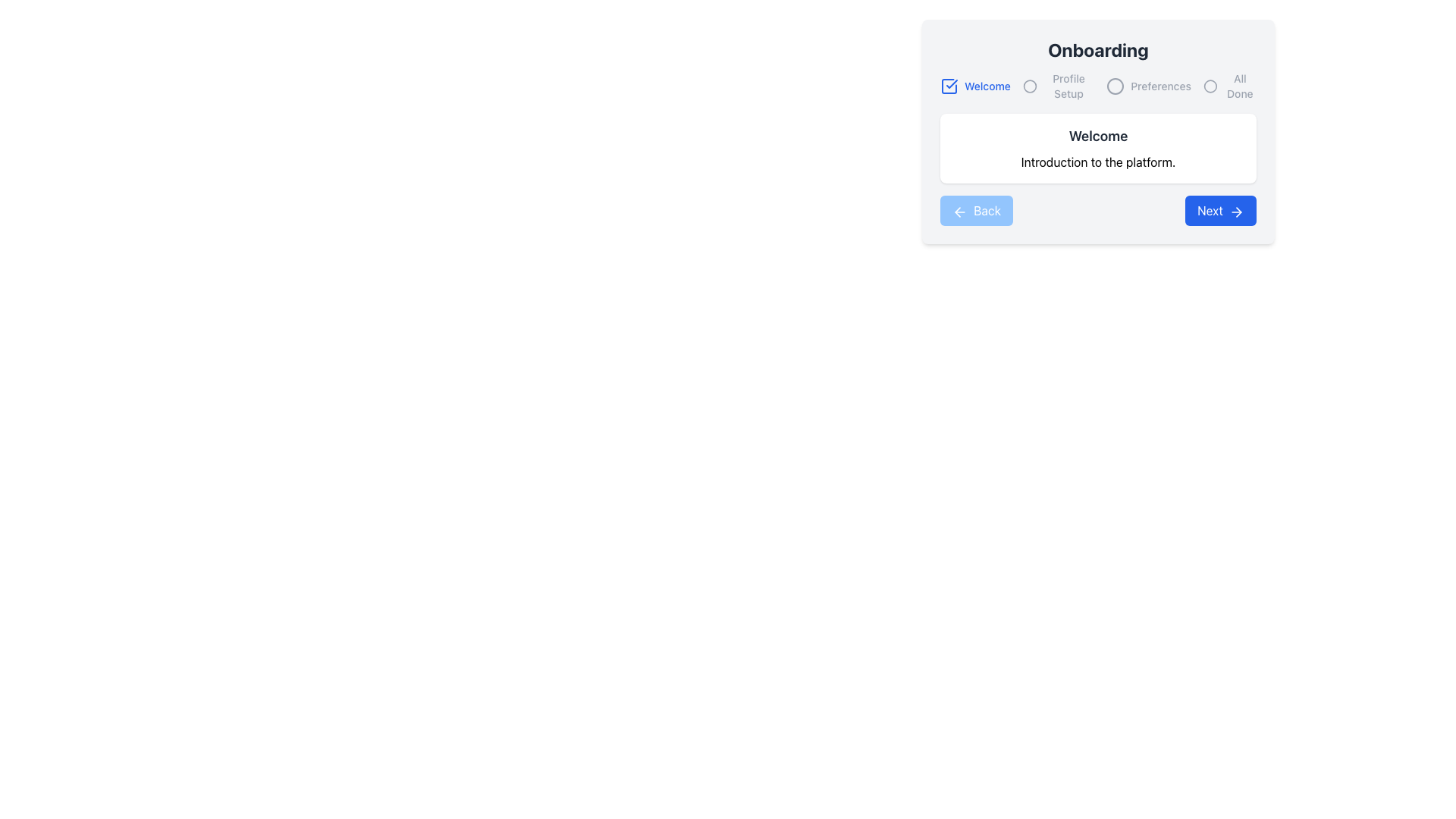 The width and height of the screenshot is (1456, 819). What do you see at coordinates (959, 211) in the screenshot?
I see `the 'Back' button's icon, which is located in the bottom-left corner of the dialog box, next to the text 'Back'` at bounding box center [959, 211].